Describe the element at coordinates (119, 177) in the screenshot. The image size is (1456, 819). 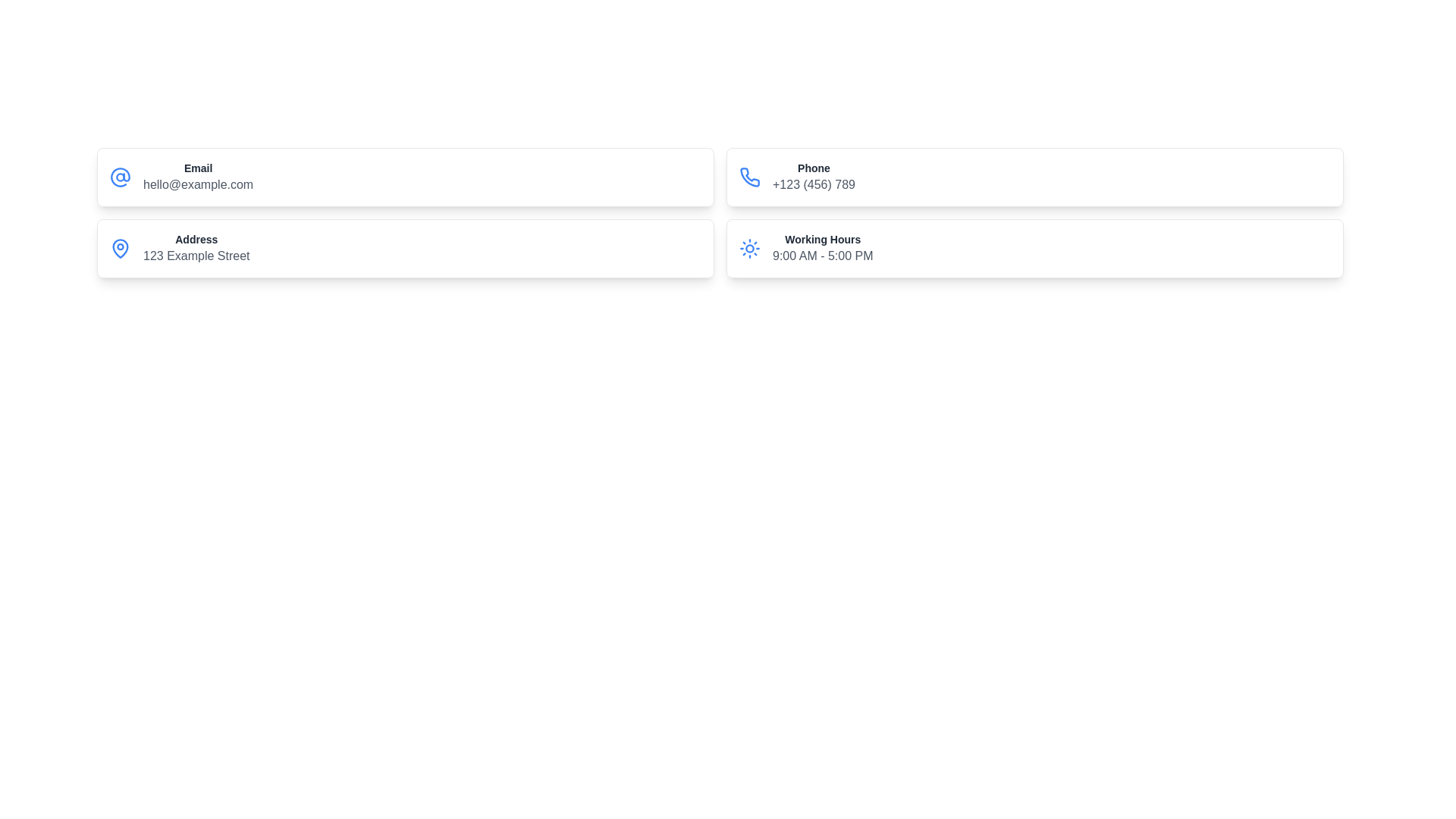
I see `the small circular shape filled with a solid color, which is part of the at-sign icon inside the 'Email' card, positioned above the text 'Email'` at that location.